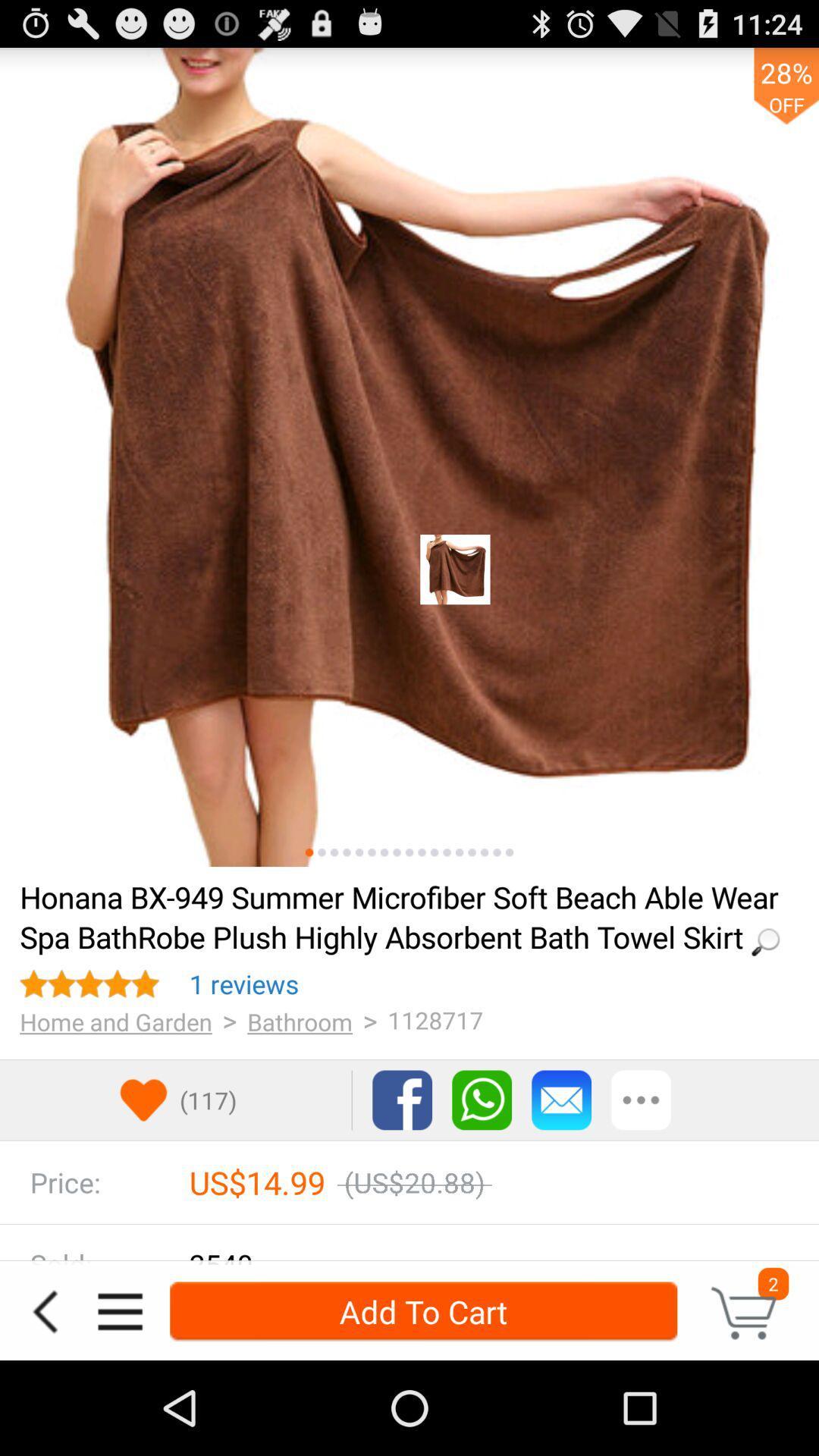 This screenshot has width=819, height=1456. I want to click on slideshow, so click(471, 852).